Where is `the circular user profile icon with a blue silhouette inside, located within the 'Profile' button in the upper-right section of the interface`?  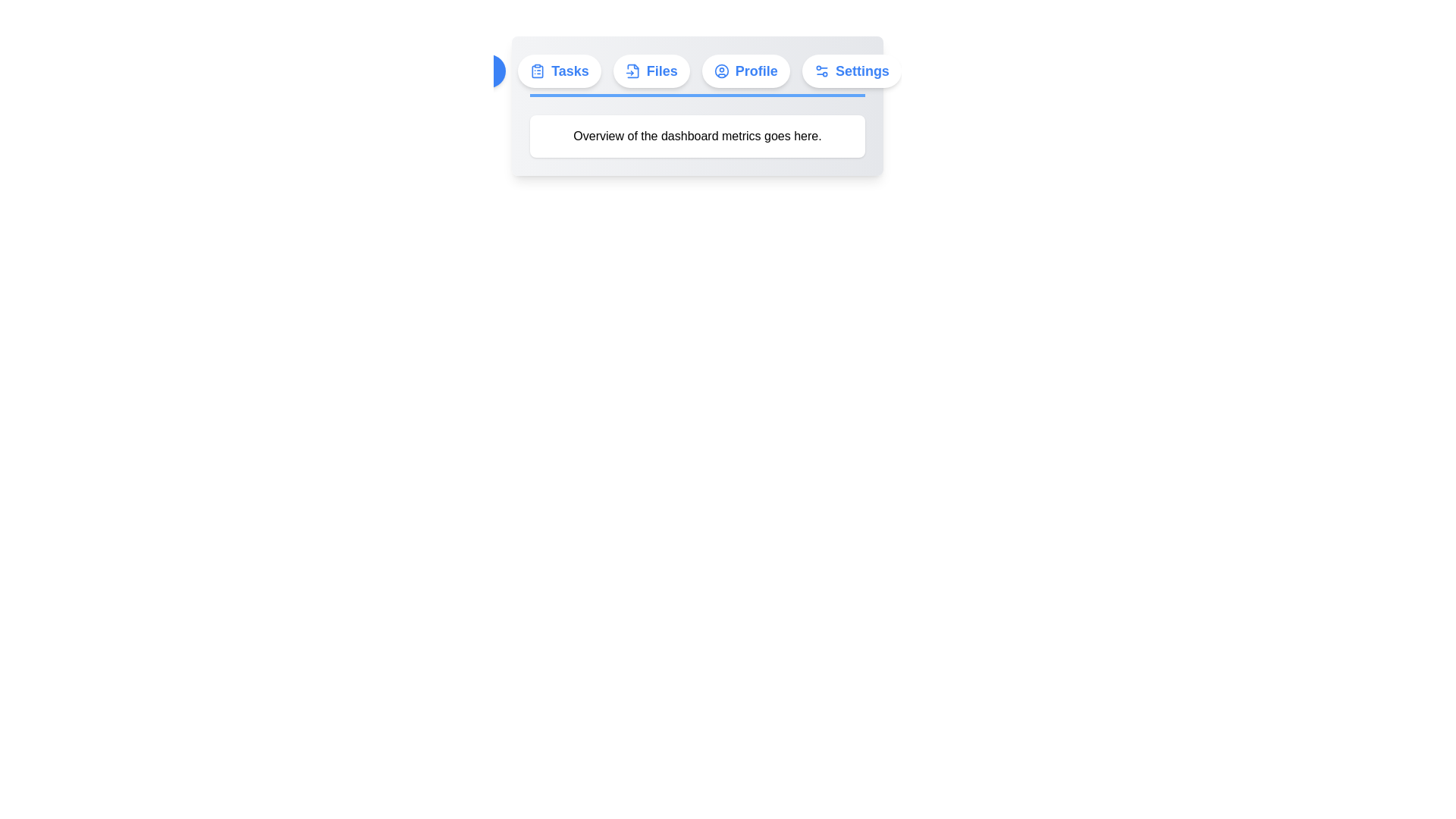 the circular user profile icon with a blue silhouette inside, located within the 'Profile' button in the upper-right section of the interface is located at coordinates (720, 71).